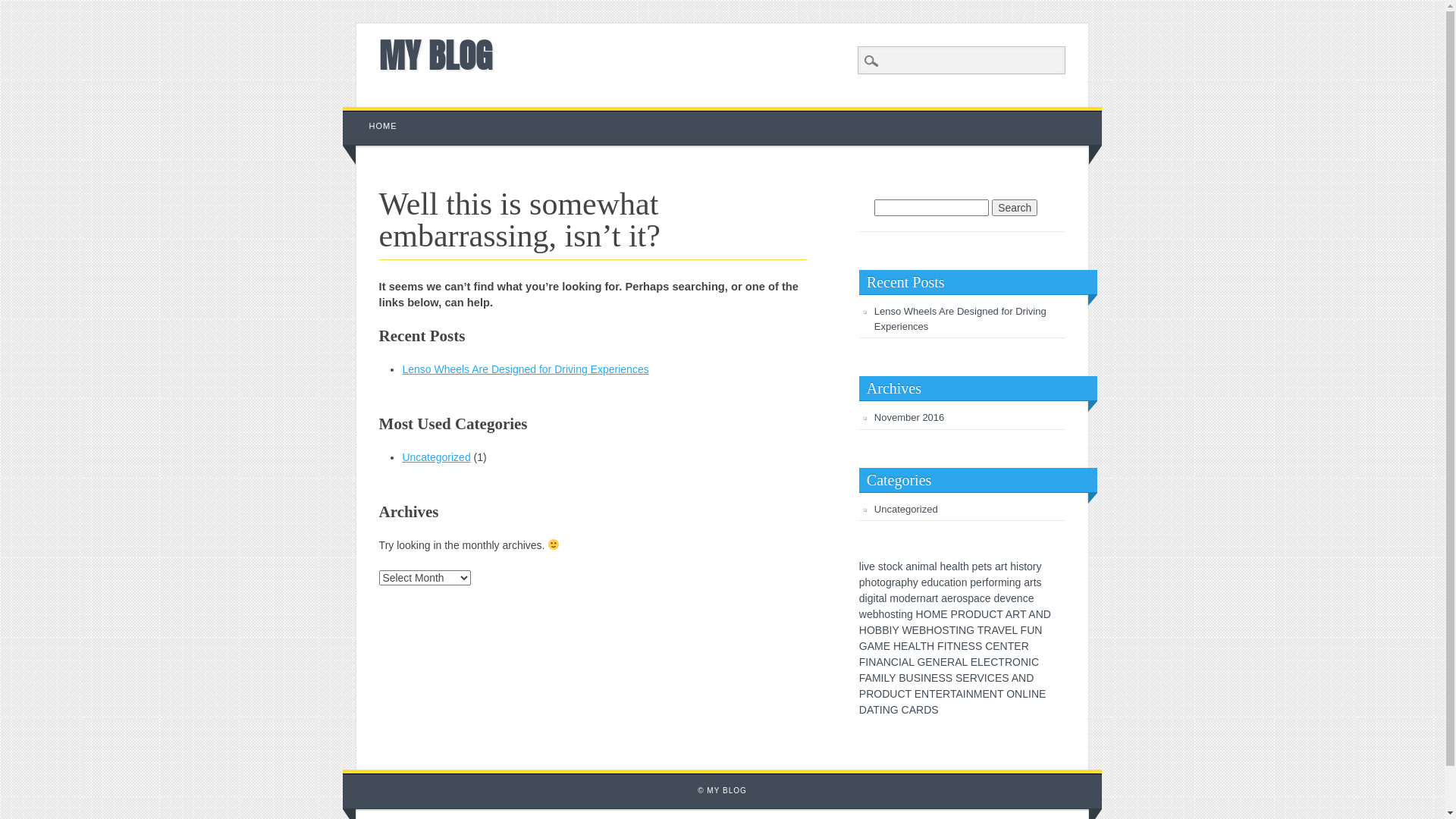 Image resolution: width=1456 pixels, height=819 pixels. I want to click on 'HOME', so click(353, 125).